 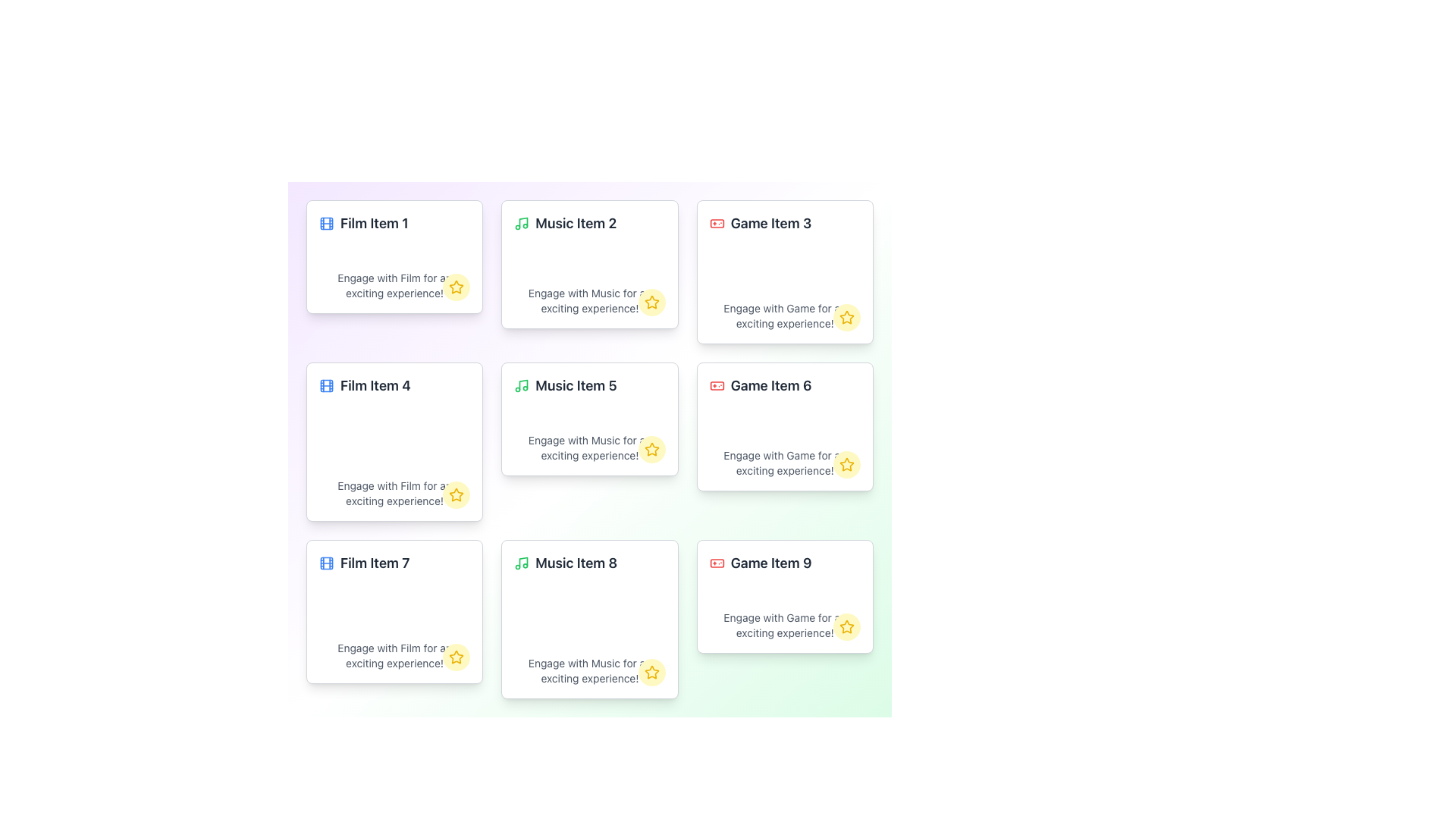 I want to click on the Icon button located at the bottom-right corner of the 'Music Item 2' card, which is used to mark the item as a favorite or give it a higher priority, so click(x=651, y=302).